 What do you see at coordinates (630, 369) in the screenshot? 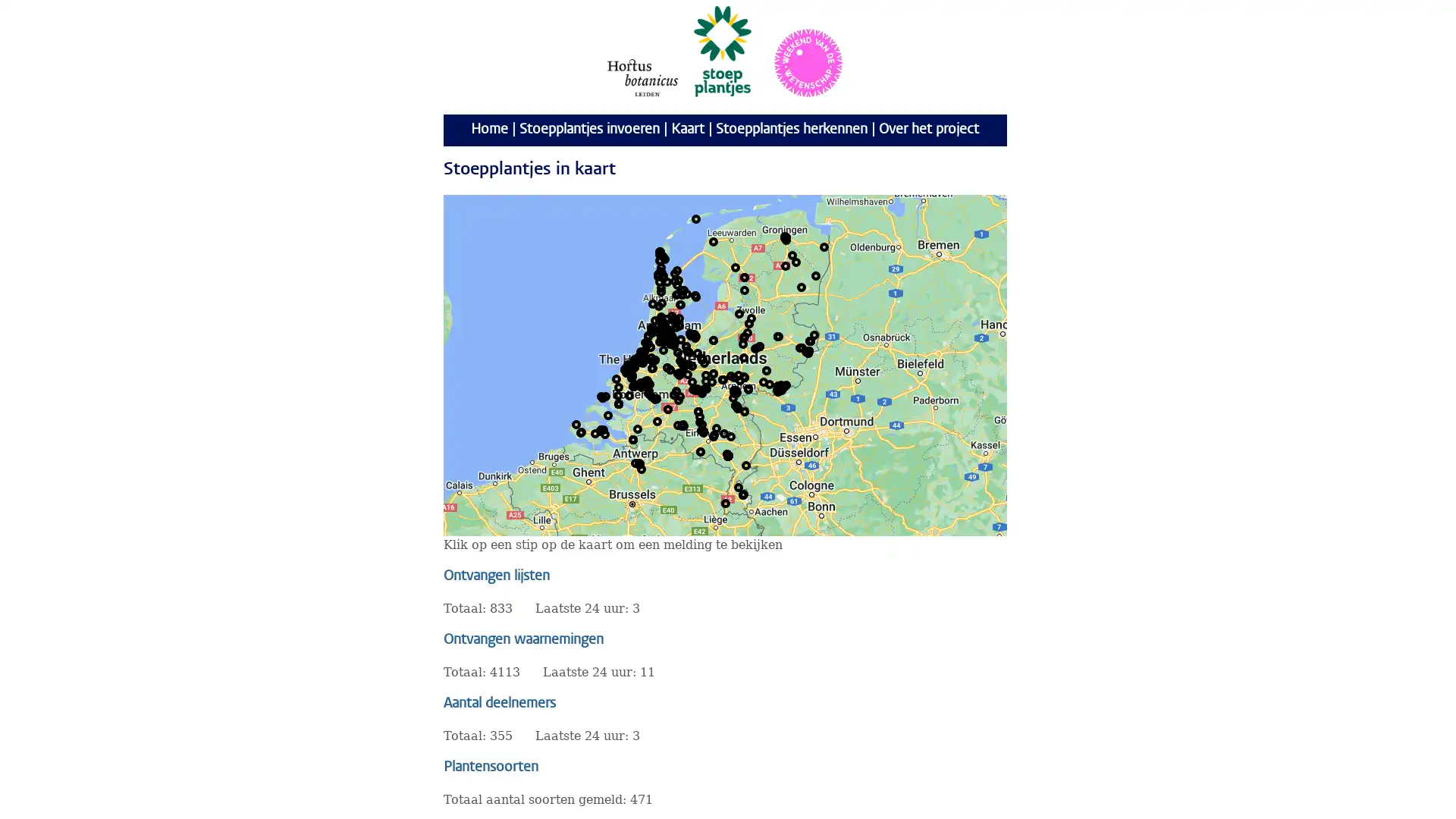
I see `Telling van Annemiek op 30 april 2022` at bounding box center [630, 369].